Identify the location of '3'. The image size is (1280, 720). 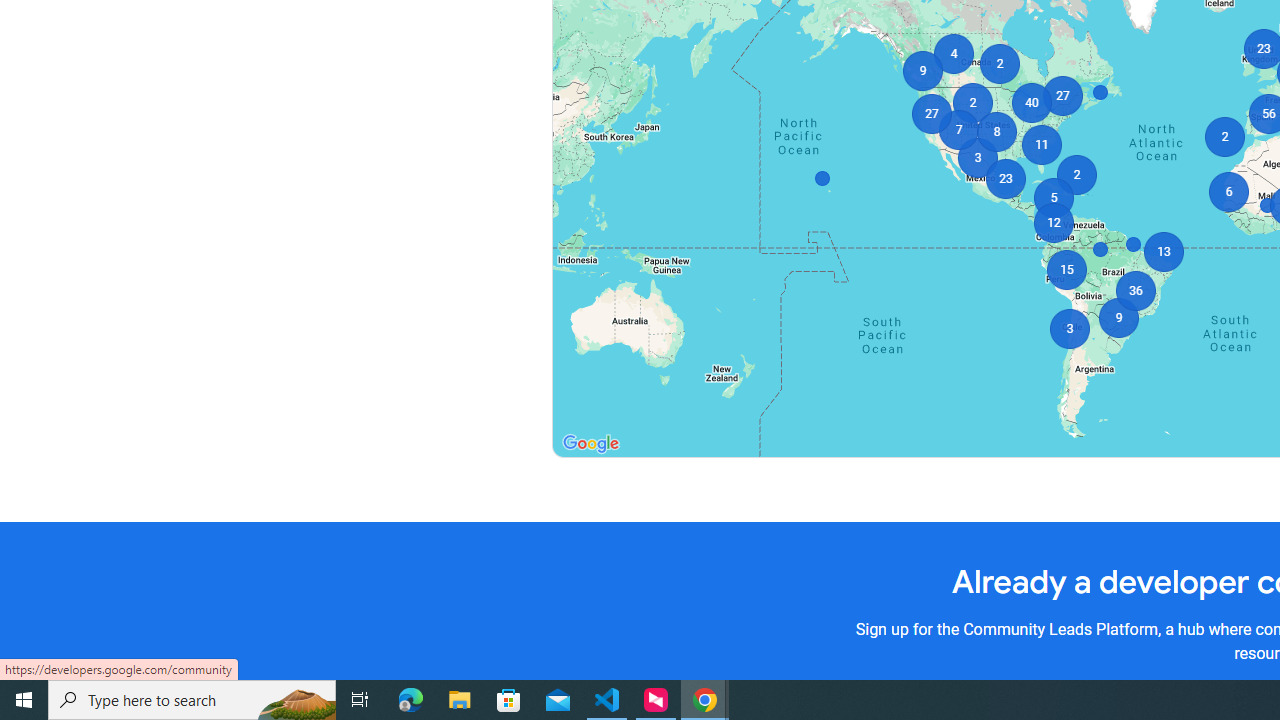
(1069, 328).